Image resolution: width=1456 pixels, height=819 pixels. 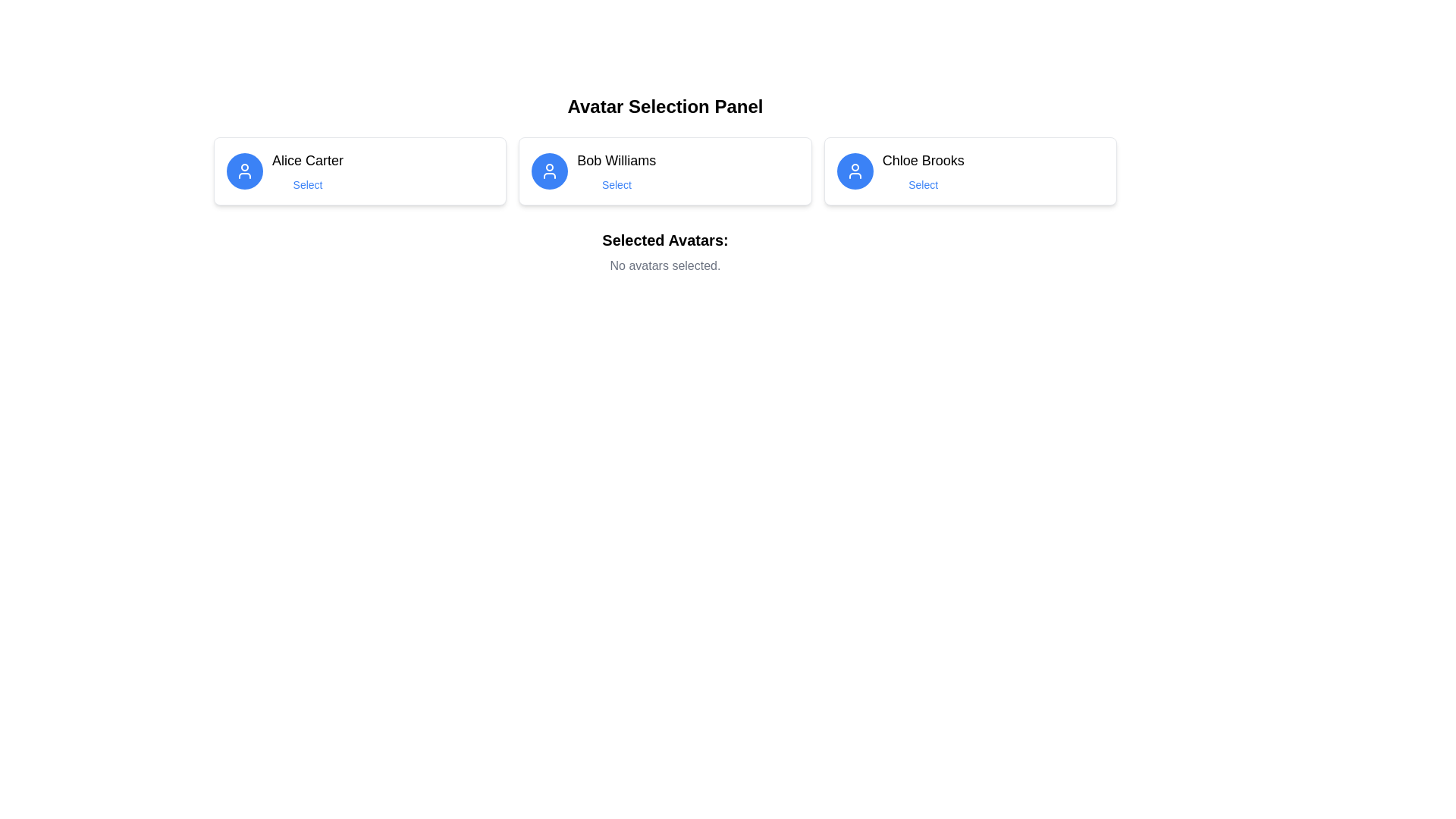 What do you see at coordinates (617, 184) in the screenshot?
I see `the interactive button associated with user 'Bob Williams' to change its color` at bounding box center [617, 184].